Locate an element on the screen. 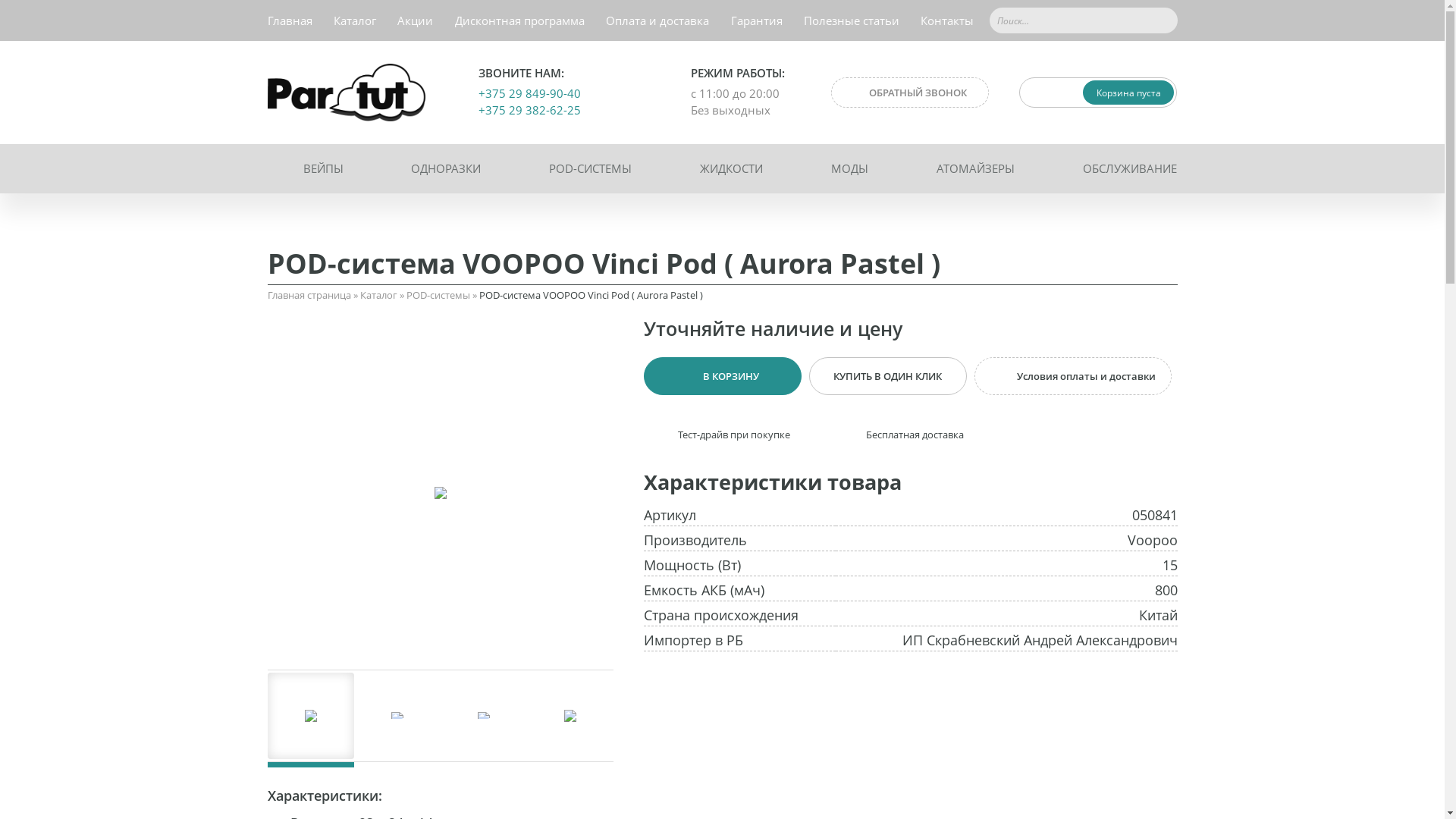 The height and width of the screenshot is (819, 1456). '+375 29 382-62-25' is located at coordinates (529, 109).